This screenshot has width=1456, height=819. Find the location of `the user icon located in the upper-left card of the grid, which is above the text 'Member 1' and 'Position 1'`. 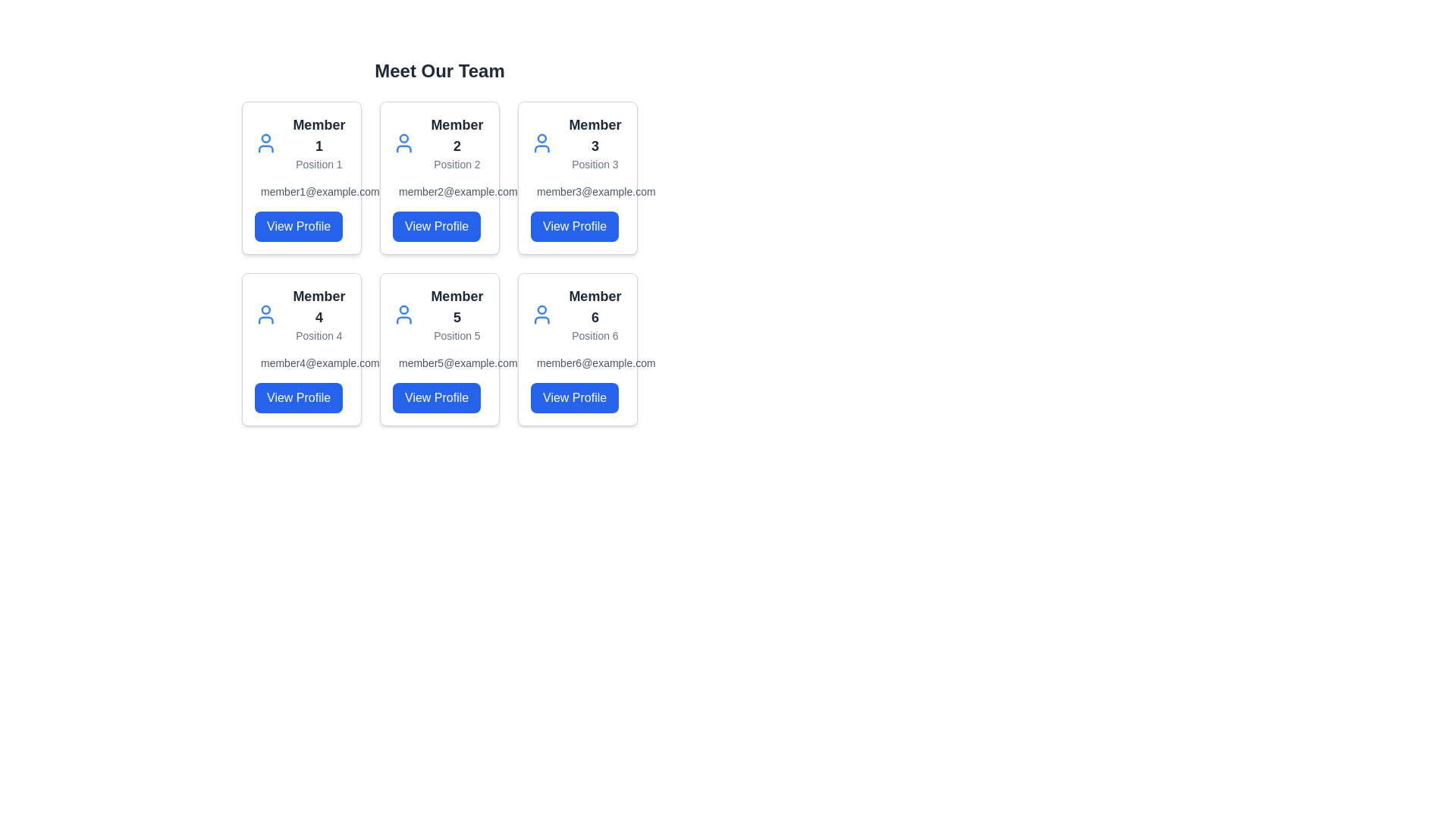

the user icon located in the upper-left card of the grid, which is above the text 'Member 1' and 'Position 1' is located at coordinates (265, 143).